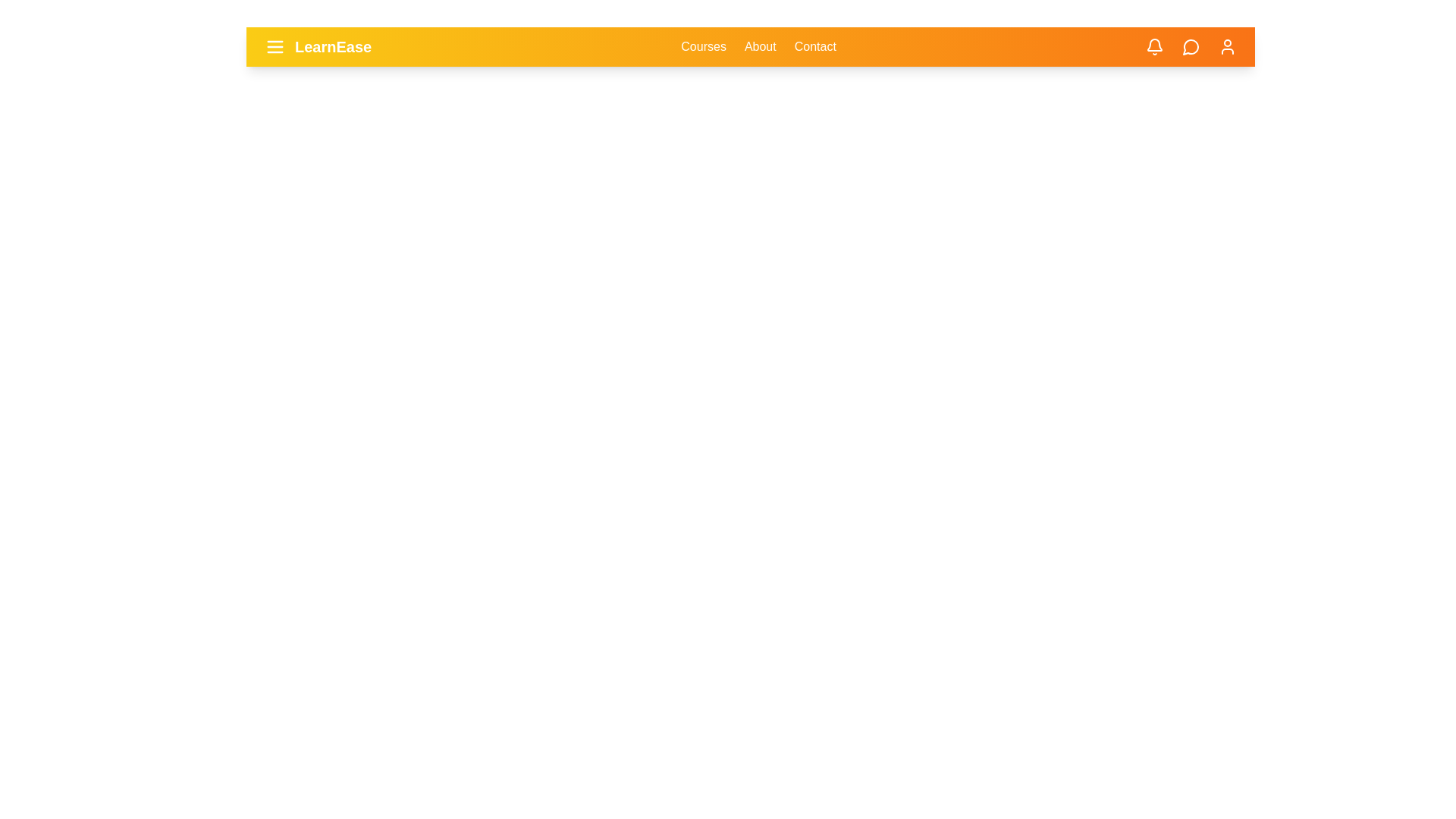 The width and height of the screenshot is (1456, 819). Describe the element at coordinates (702, 45) in the screenshot. I see `the 'Courses' link in the navigation bar to navigate to the 'Courses' page` at that location.